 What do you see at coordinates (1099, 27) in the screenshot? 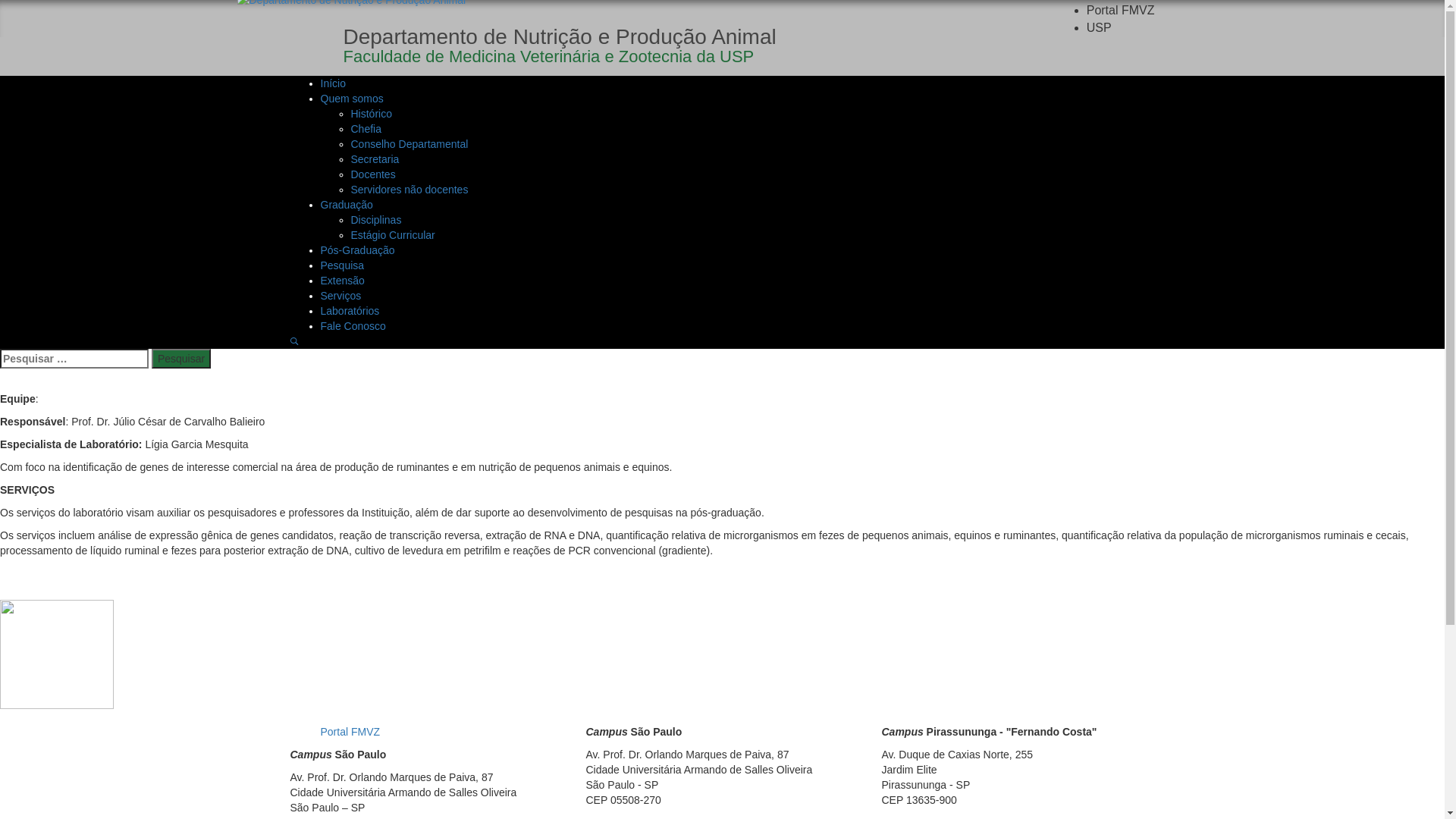
I see `'USP'` at bounding box center [1099, 27].